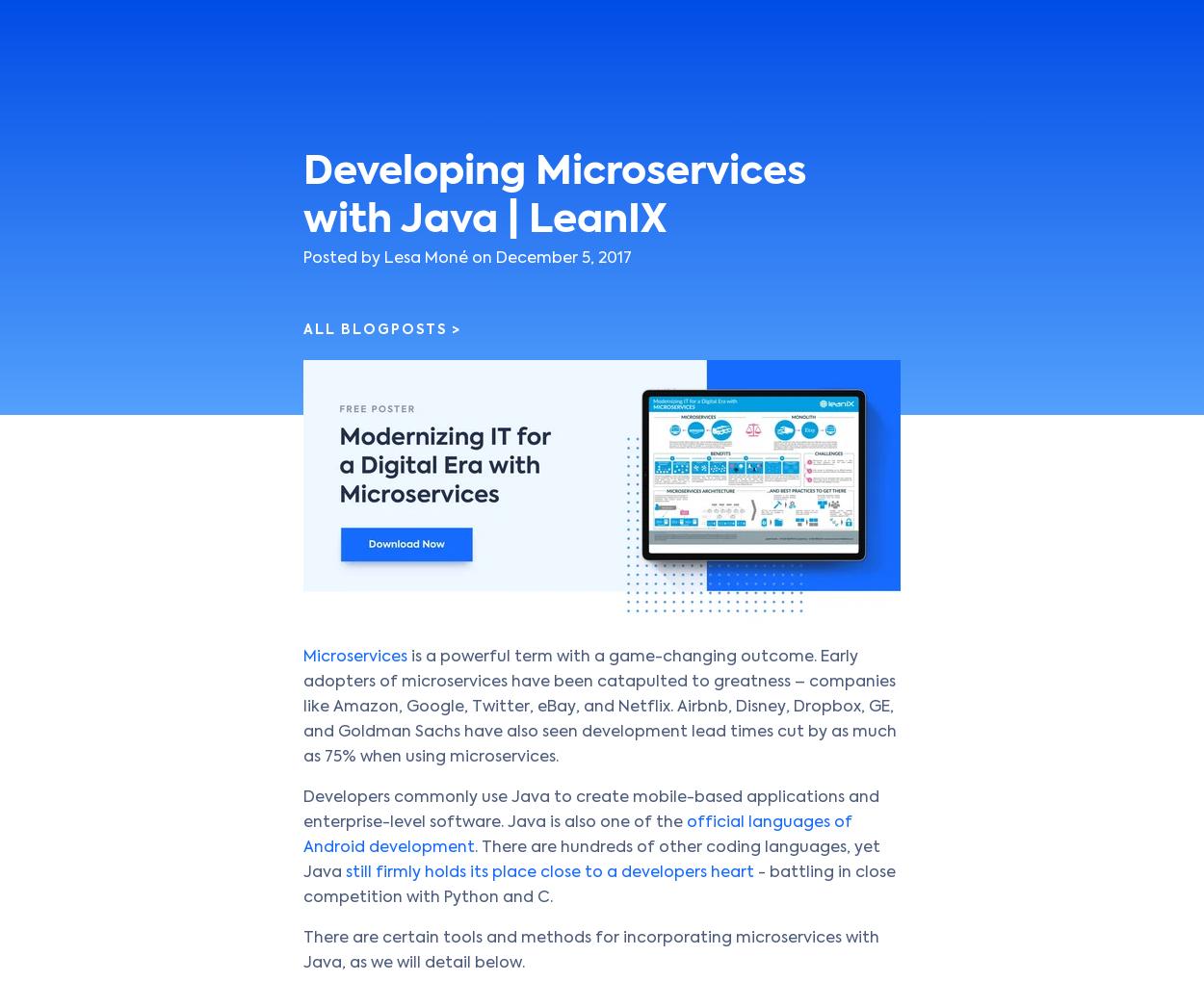  I want to click on 'java frameworks', so click(472, 96).